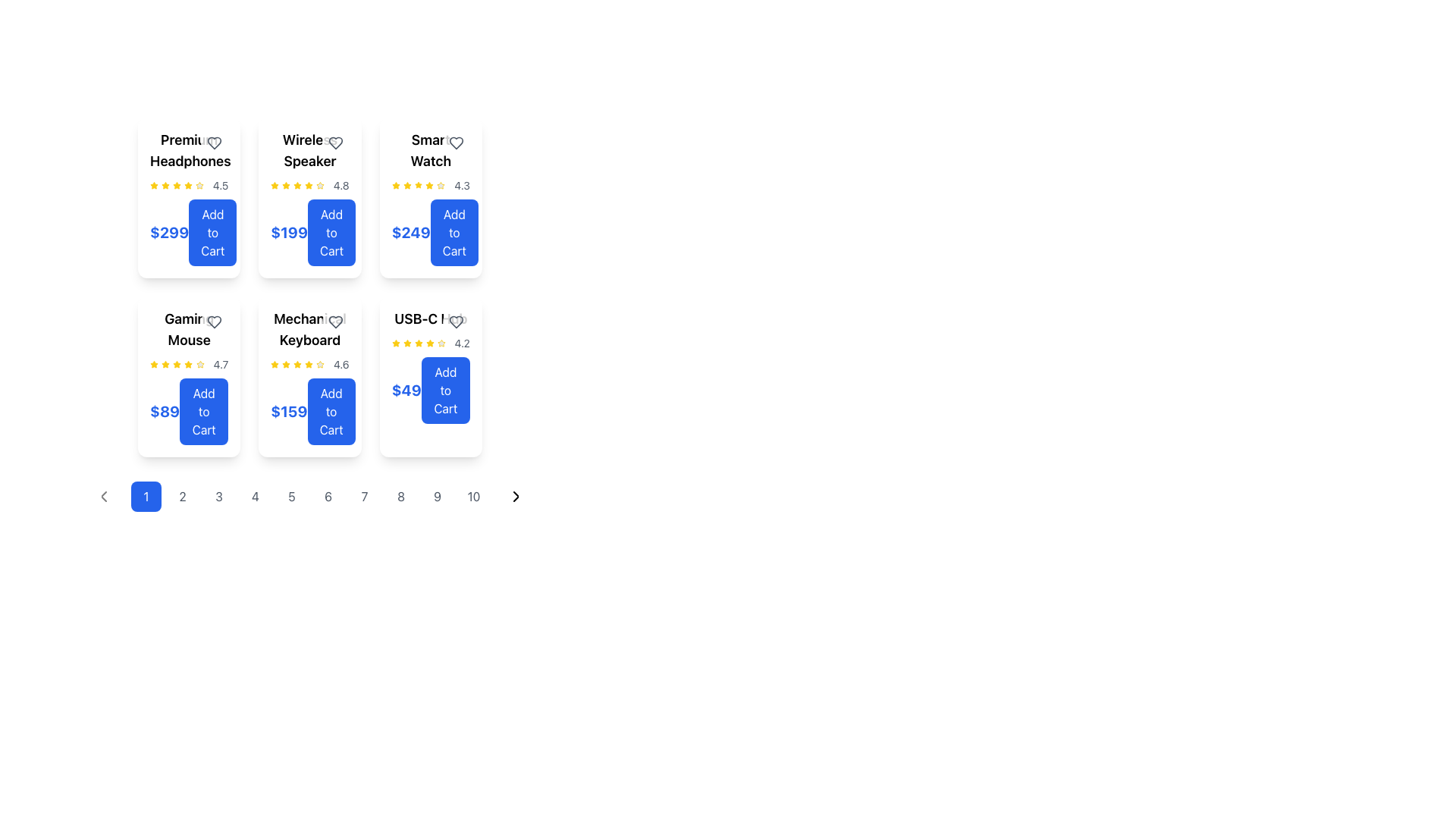 This screenshot has height=819, width=1456. Describe the element at coordinates (406, 390) in the screenshot. I see `the displayed price of the 'USB-C Hub' product by focusing on the text label located to the left of the 'Add to Cart' button` at that location.